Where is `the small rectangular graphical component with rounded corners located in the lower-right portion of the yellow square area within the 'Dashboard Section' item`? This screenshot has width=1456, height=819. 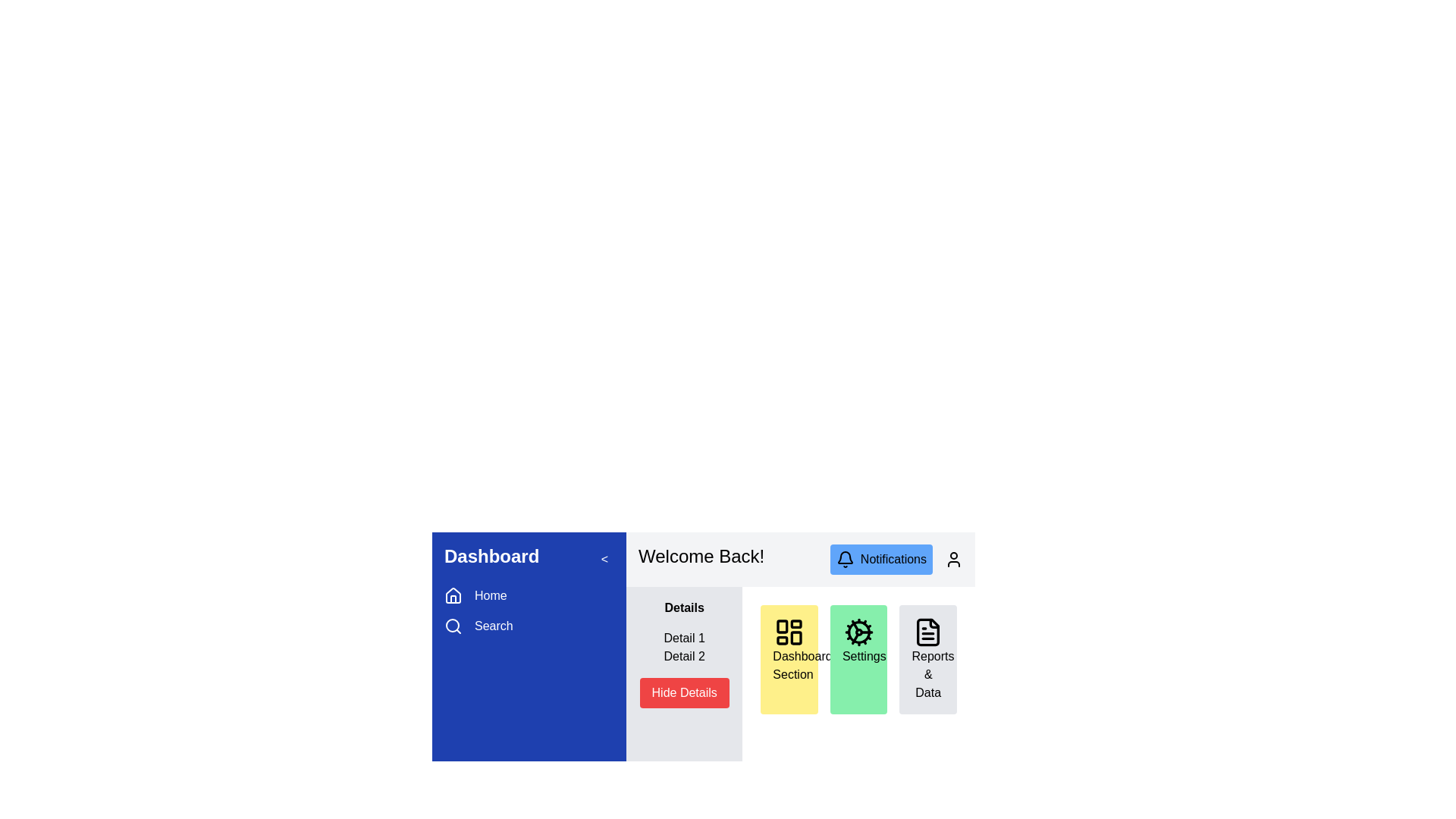 the small rectangular graphical component with rounded corners located in the lower-right portion of the yellow square area within the 'Dashboard Section' item is located at coordinates (795, 638).